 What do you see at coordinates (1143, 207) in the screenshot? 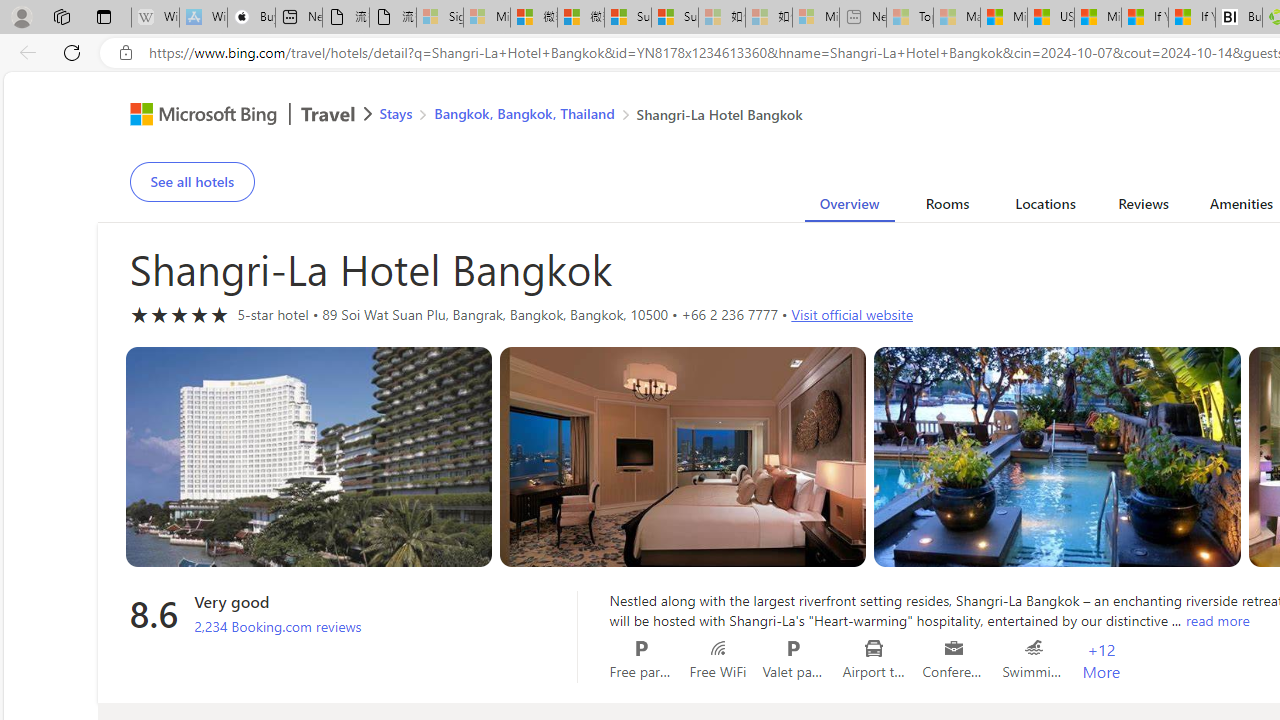
I see `'Reviews'` at bounding box center [1143, 207].